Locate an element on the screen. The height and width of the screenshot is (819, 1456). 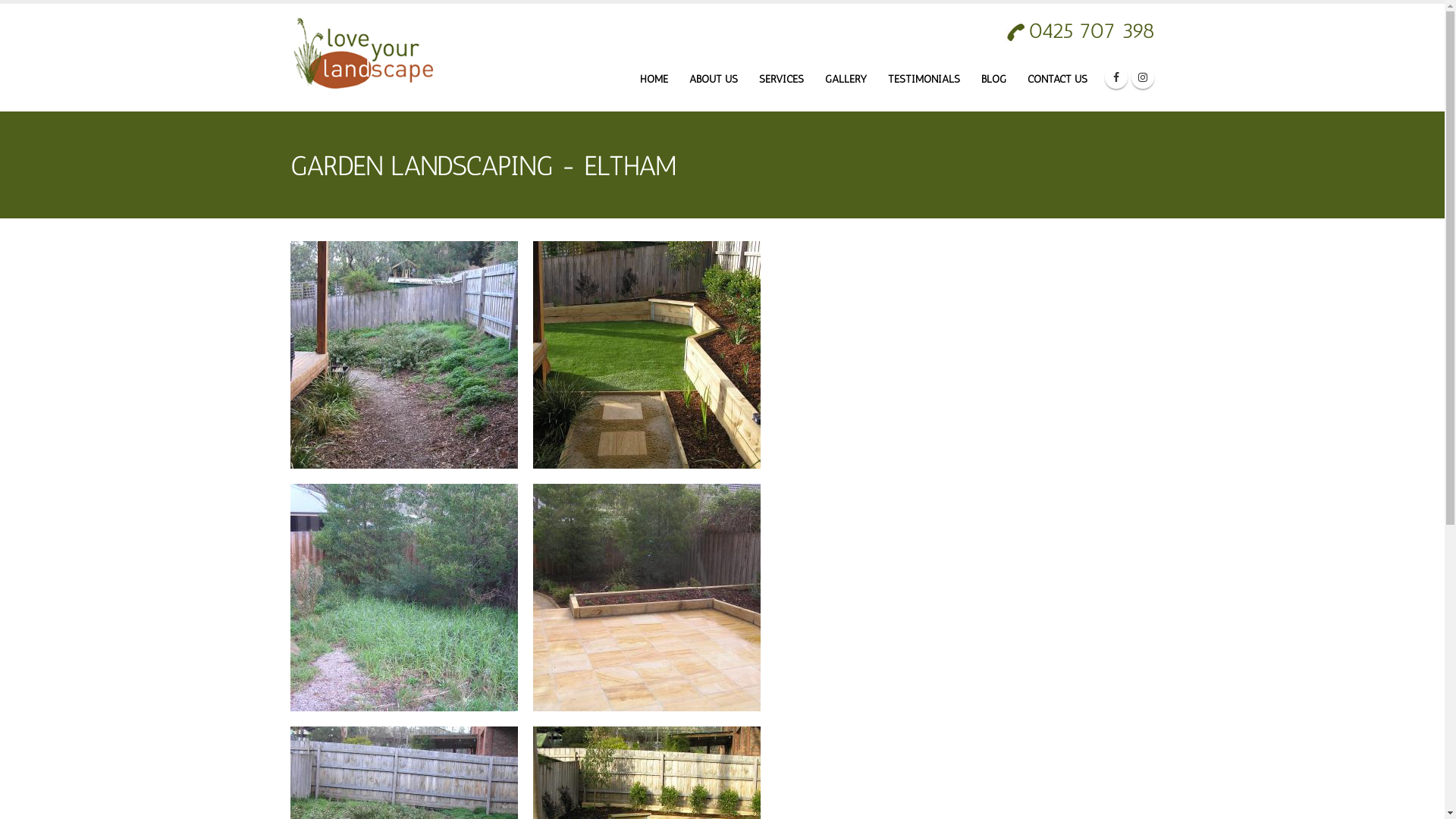
'TESTIMONIALS' is located at coordinates (923, 79).